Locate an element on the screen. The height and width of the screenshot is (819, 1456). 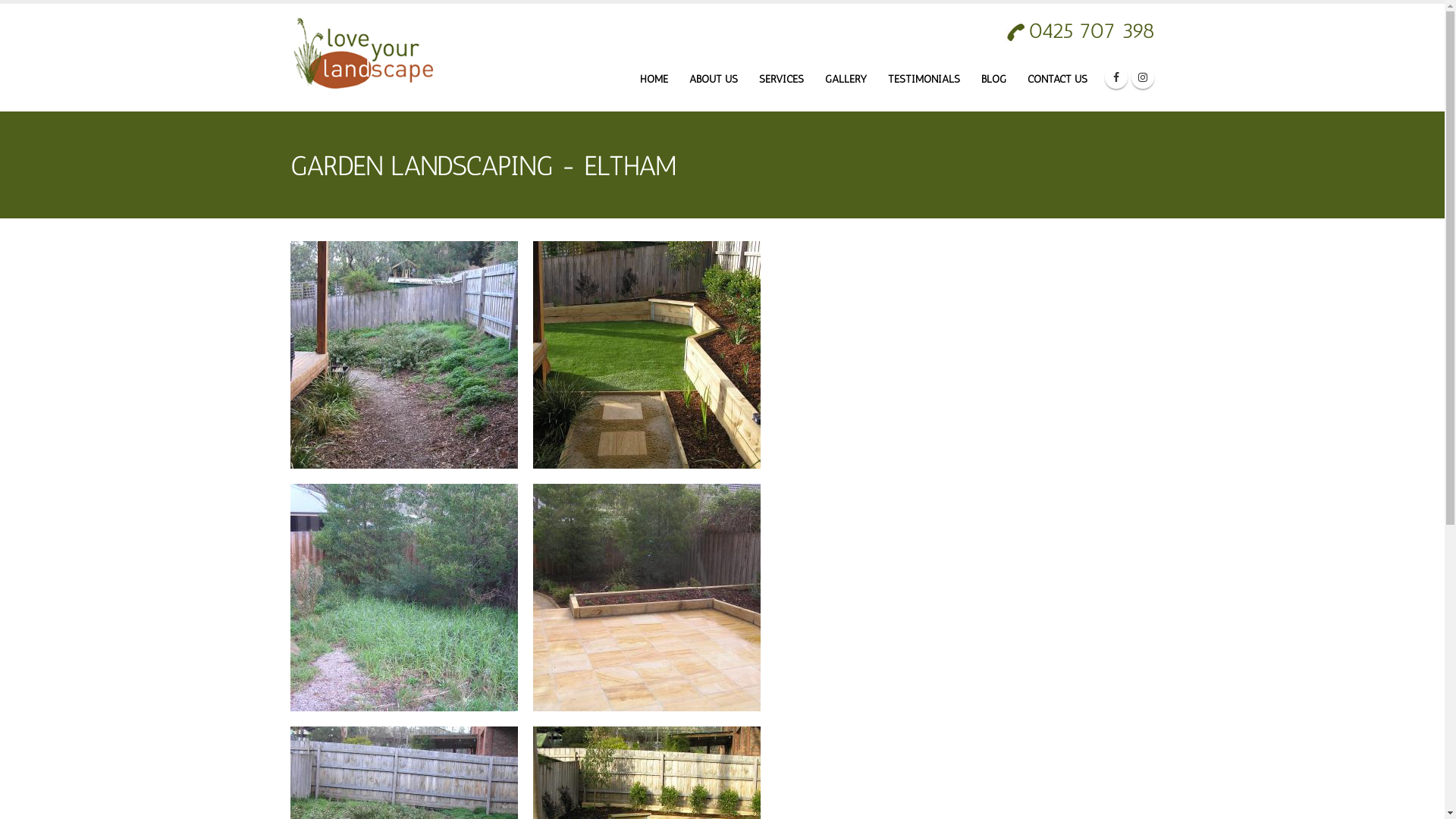
'TESTIMONIALS' is located at coordinates (923, 79).